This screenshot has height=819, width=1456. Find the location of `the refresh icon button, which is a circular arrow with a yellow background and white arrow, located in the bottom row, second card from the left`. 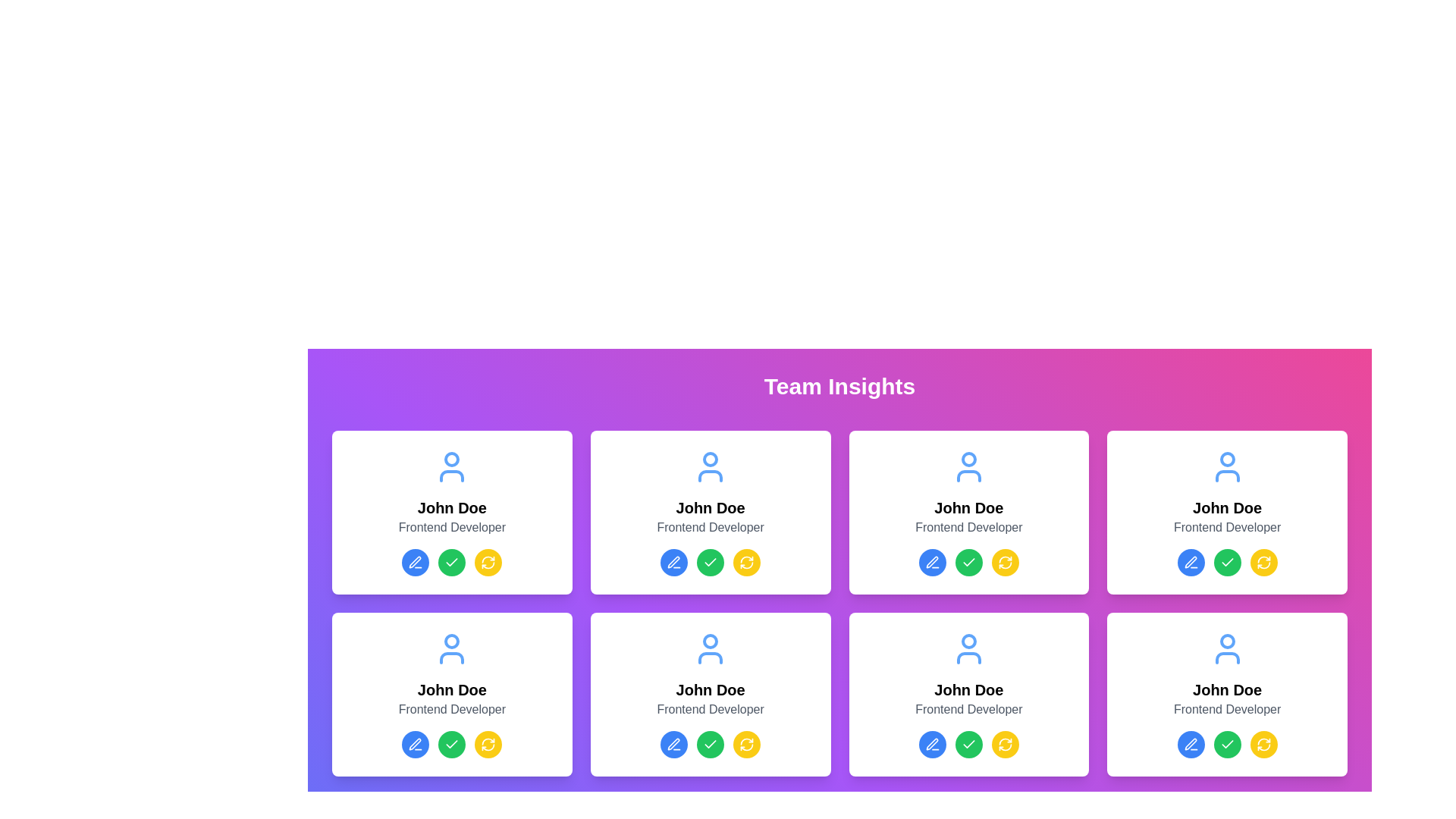

the refresh icon button, which is a circular arrow with a yellow background and white arrow, located in the bottom row, second card from the left is located at coordinates (488, 744).